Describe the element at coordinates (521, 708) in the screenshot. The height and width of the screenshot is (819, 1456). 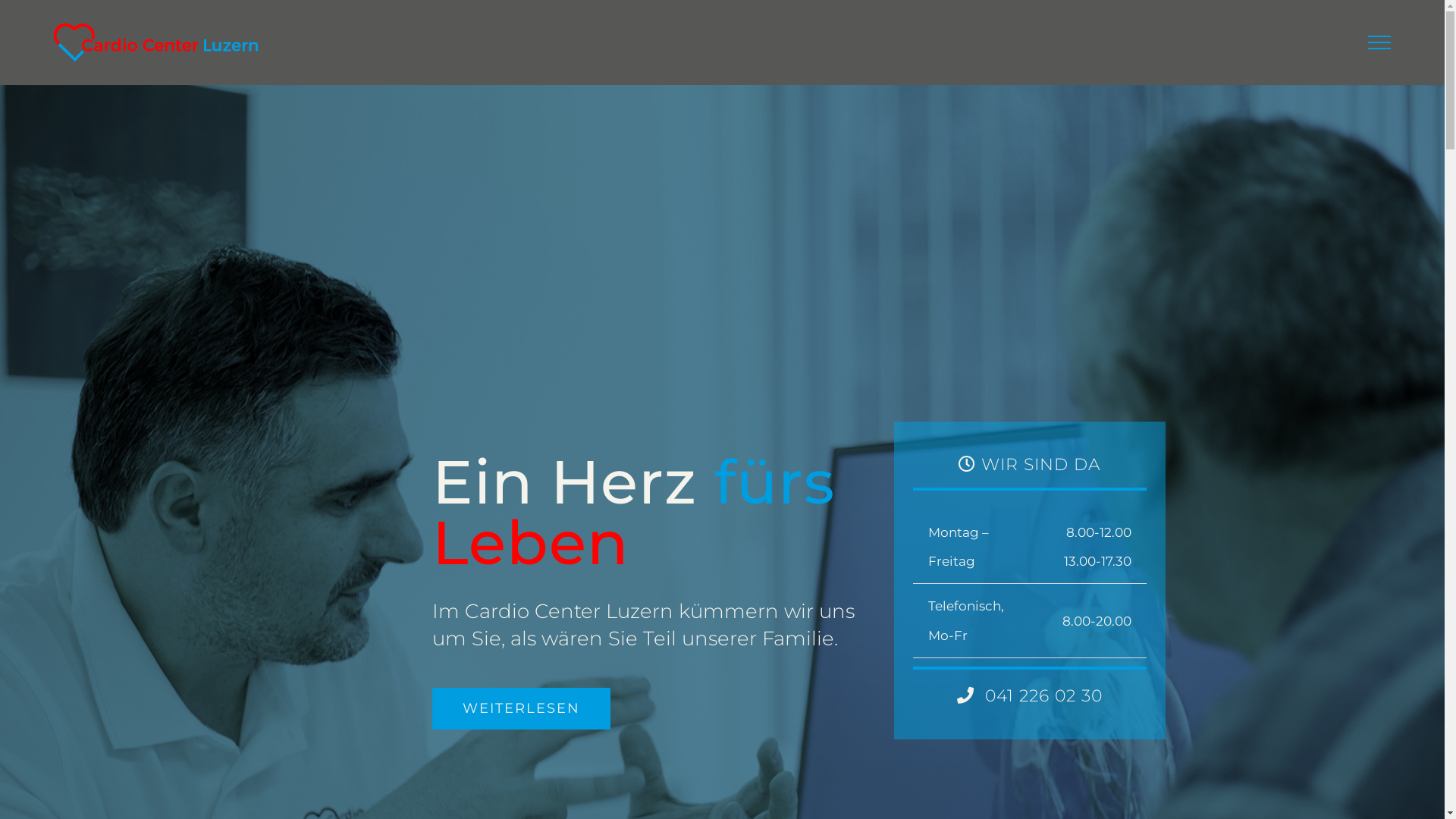
I see `'WEITERLESEN'` at that location.